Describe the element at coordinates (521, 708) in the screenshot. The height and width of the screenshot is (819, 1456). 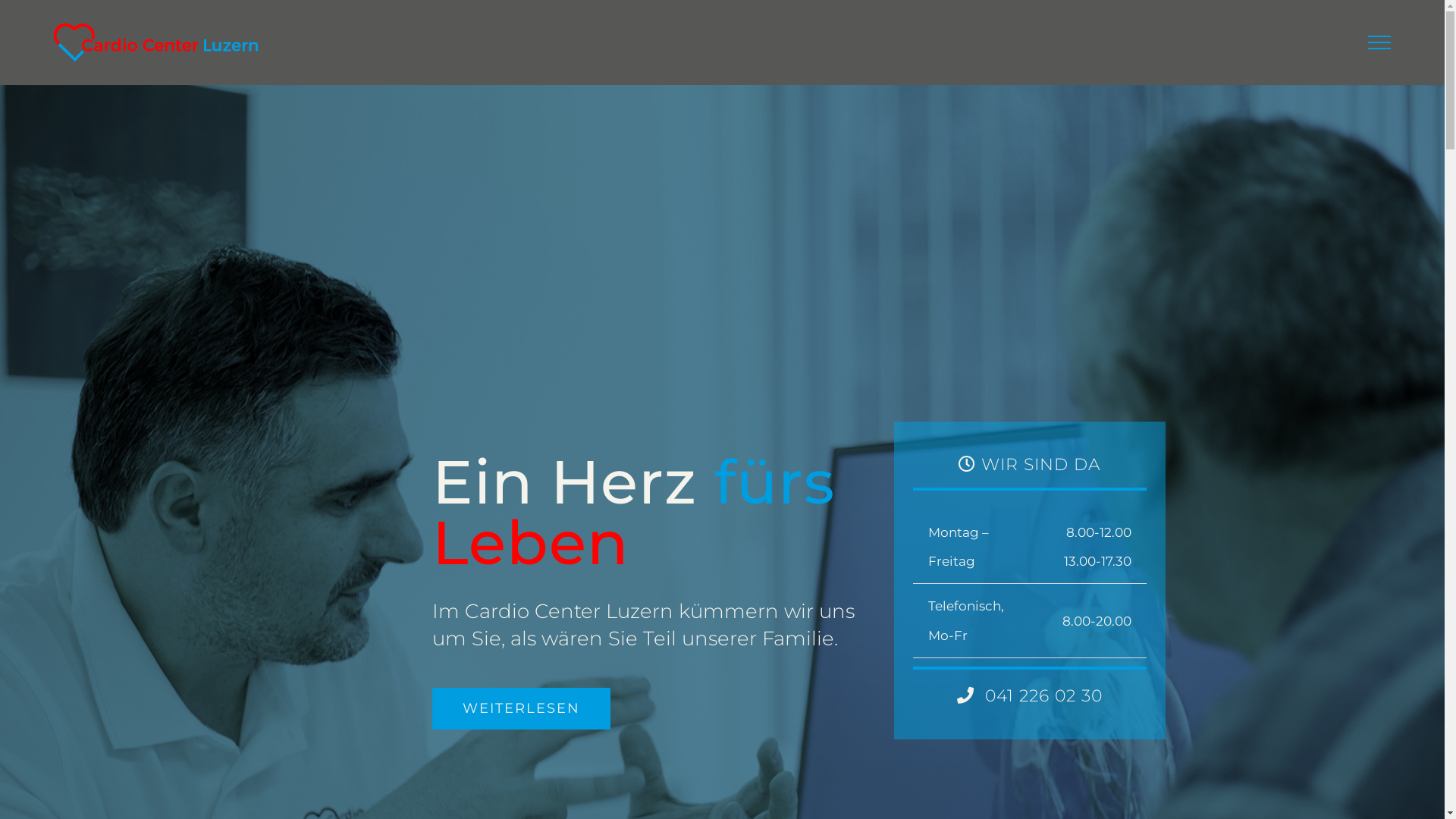
I see `'WEITERLESEN'` at that location.